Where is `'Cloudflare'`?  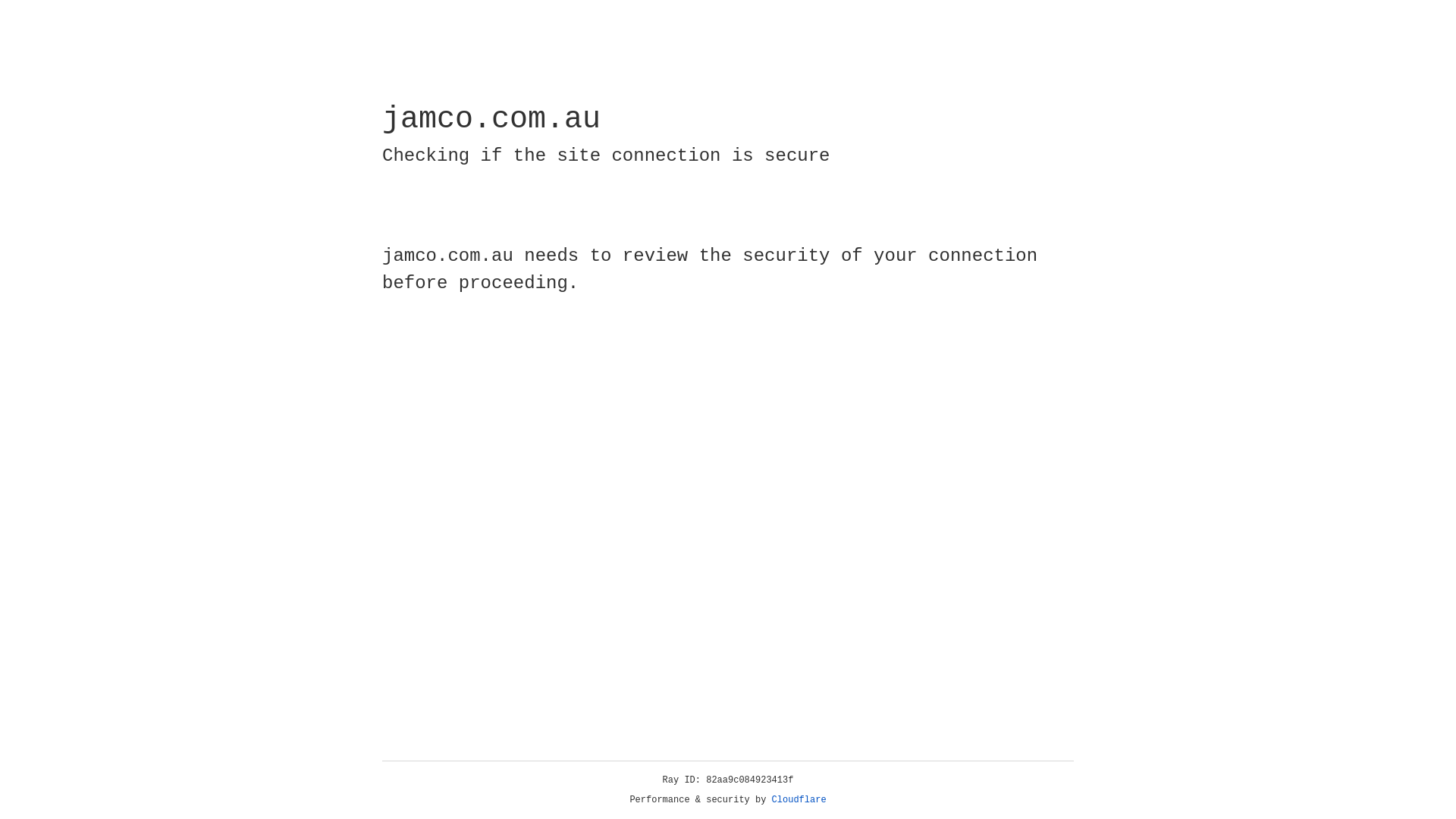
'Cloudflare' is located at coordinates (799, 799).